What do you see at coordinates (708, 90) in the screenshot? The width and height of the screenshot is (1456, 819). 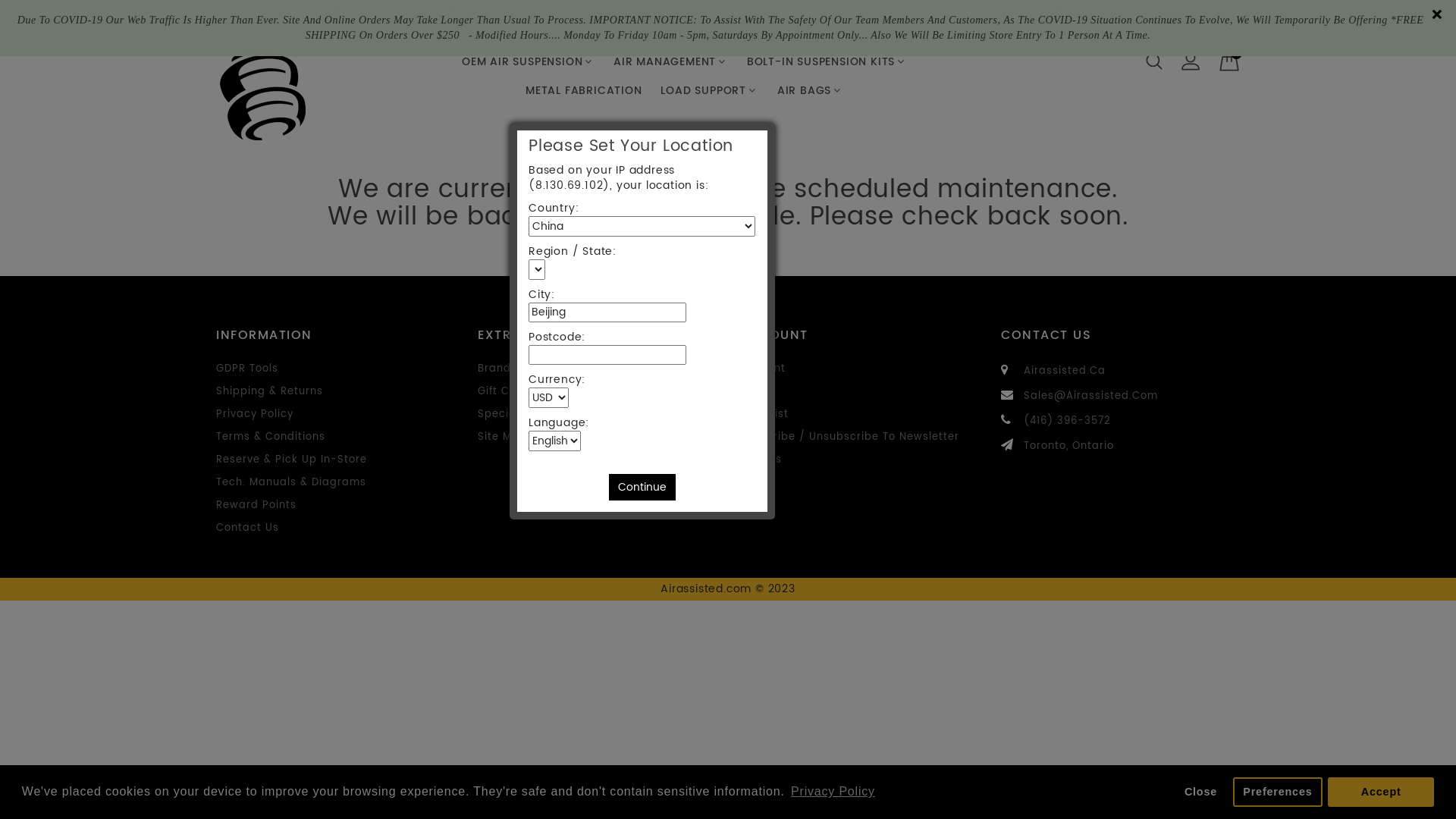 I see `'LOAD SUPPORT'` at bounding box center [708, 90].